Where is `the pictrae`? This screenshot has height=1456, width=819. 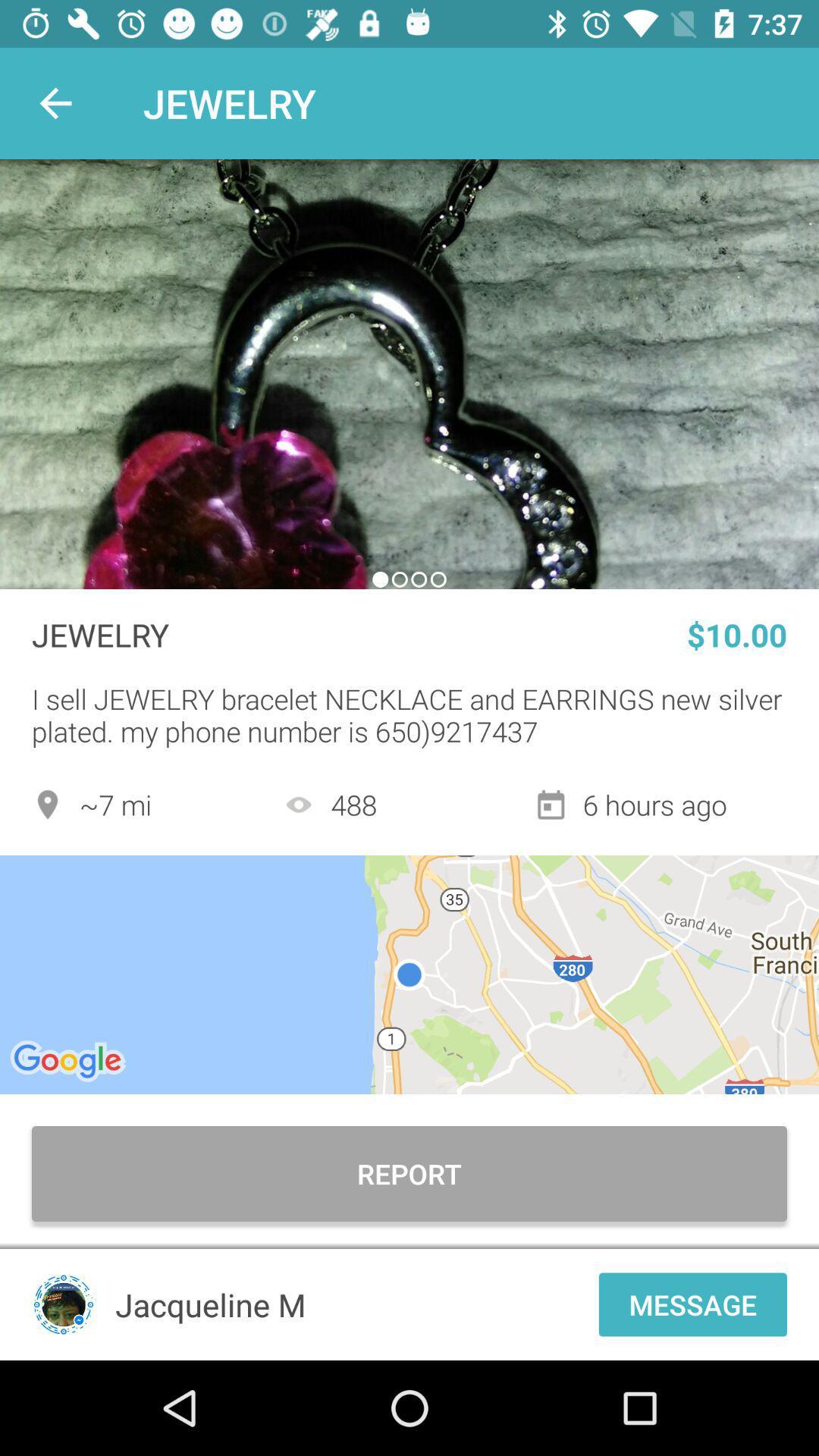
the pictrae is located at coordinates (409, 374).